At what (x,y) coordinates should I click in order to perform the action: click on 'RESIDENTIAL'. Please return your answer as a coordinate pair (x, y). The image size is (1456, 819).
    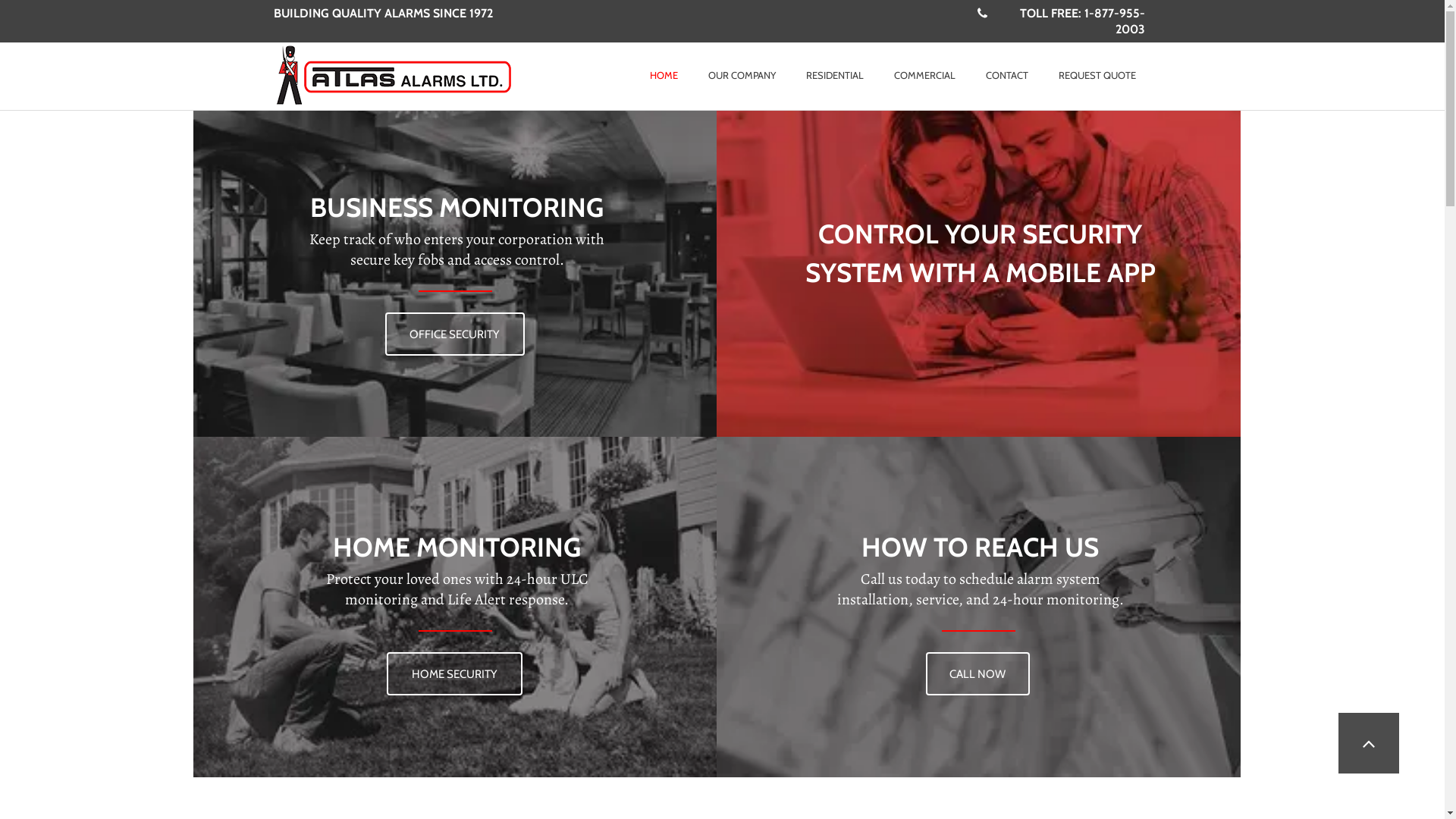
    Looking at the image, I should click on (833, 75).